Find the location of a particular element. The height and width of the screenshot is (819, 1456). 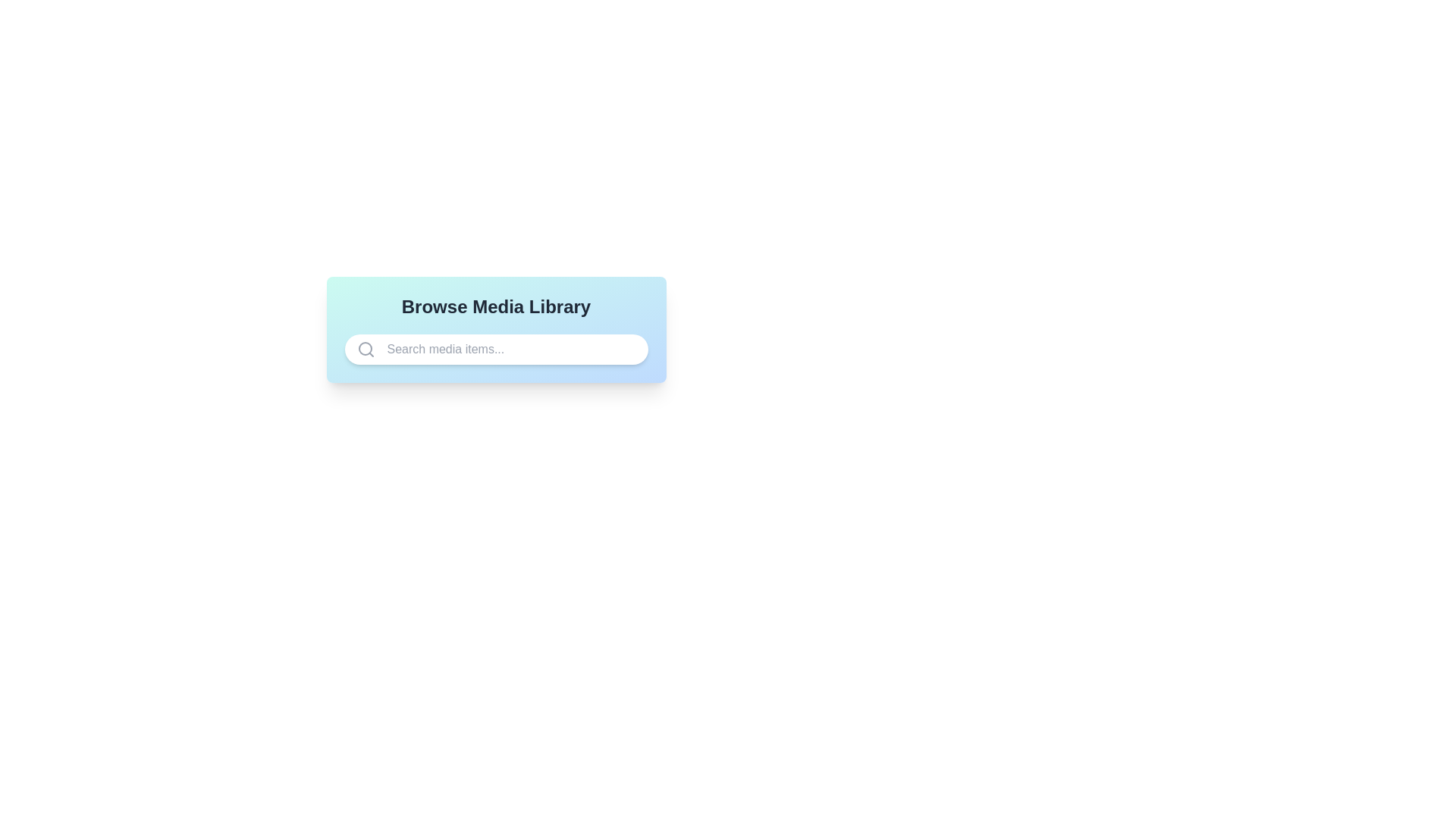

the static text label that serves as a heading for the media library section, positioned above the search input box is located at coordinates (496, 307).